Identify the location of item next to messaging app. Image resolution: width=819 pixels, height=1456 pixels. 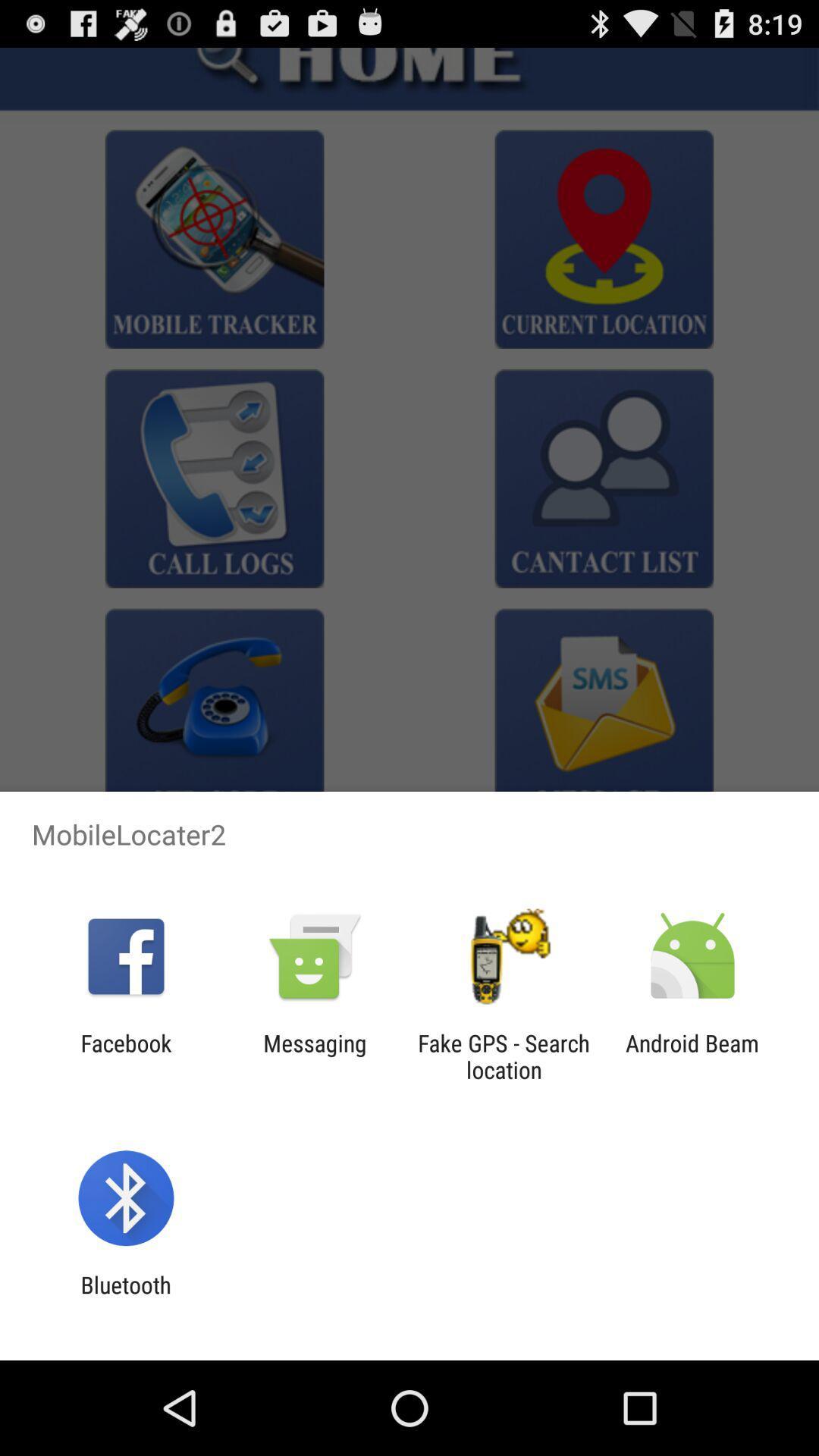
(125, 1056).